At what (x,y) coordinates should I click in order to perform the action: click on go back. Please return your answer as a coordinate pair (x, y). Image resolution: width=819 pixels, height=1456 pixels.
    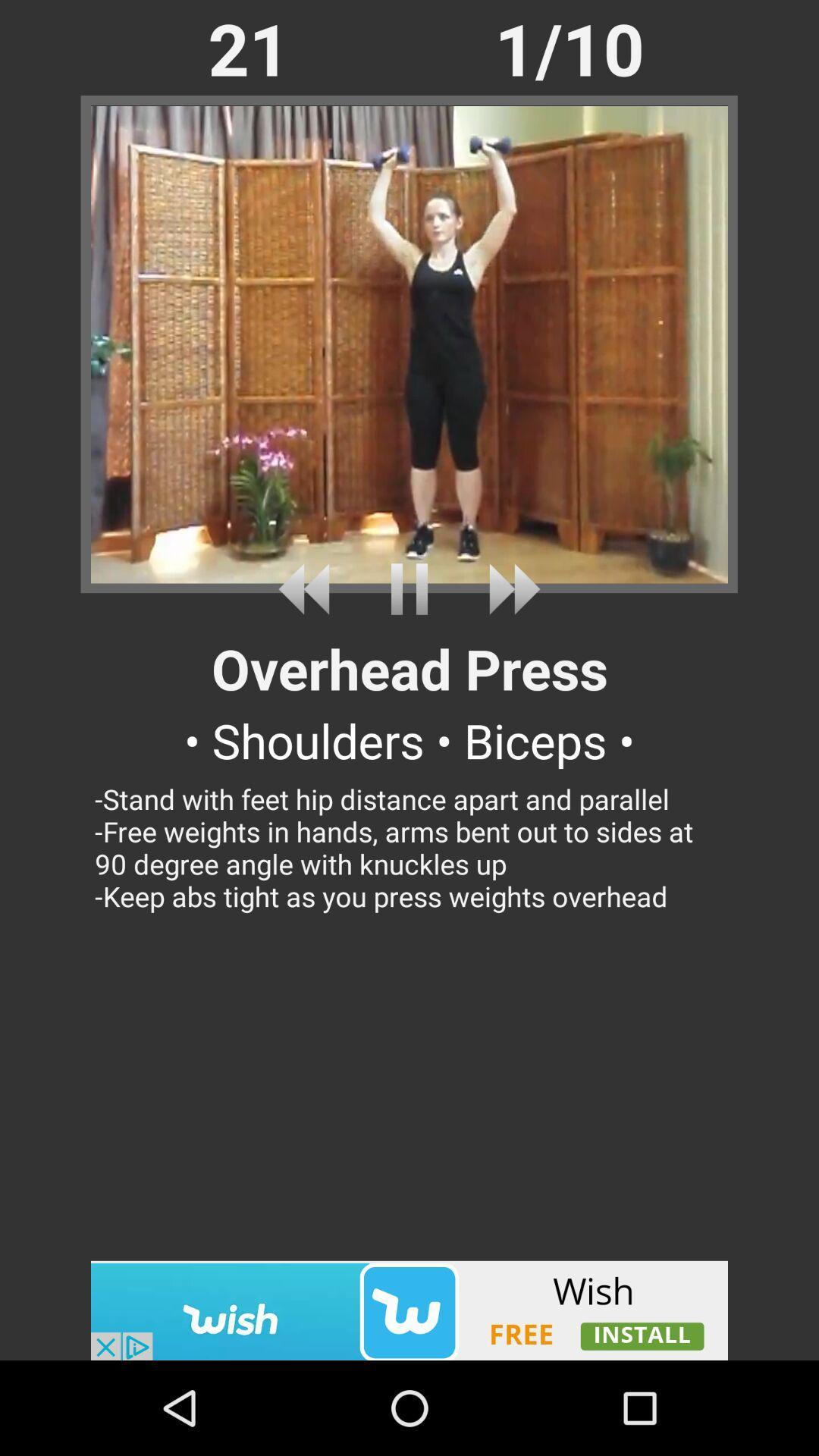
    Looking at the image, I should click on (309, 588).